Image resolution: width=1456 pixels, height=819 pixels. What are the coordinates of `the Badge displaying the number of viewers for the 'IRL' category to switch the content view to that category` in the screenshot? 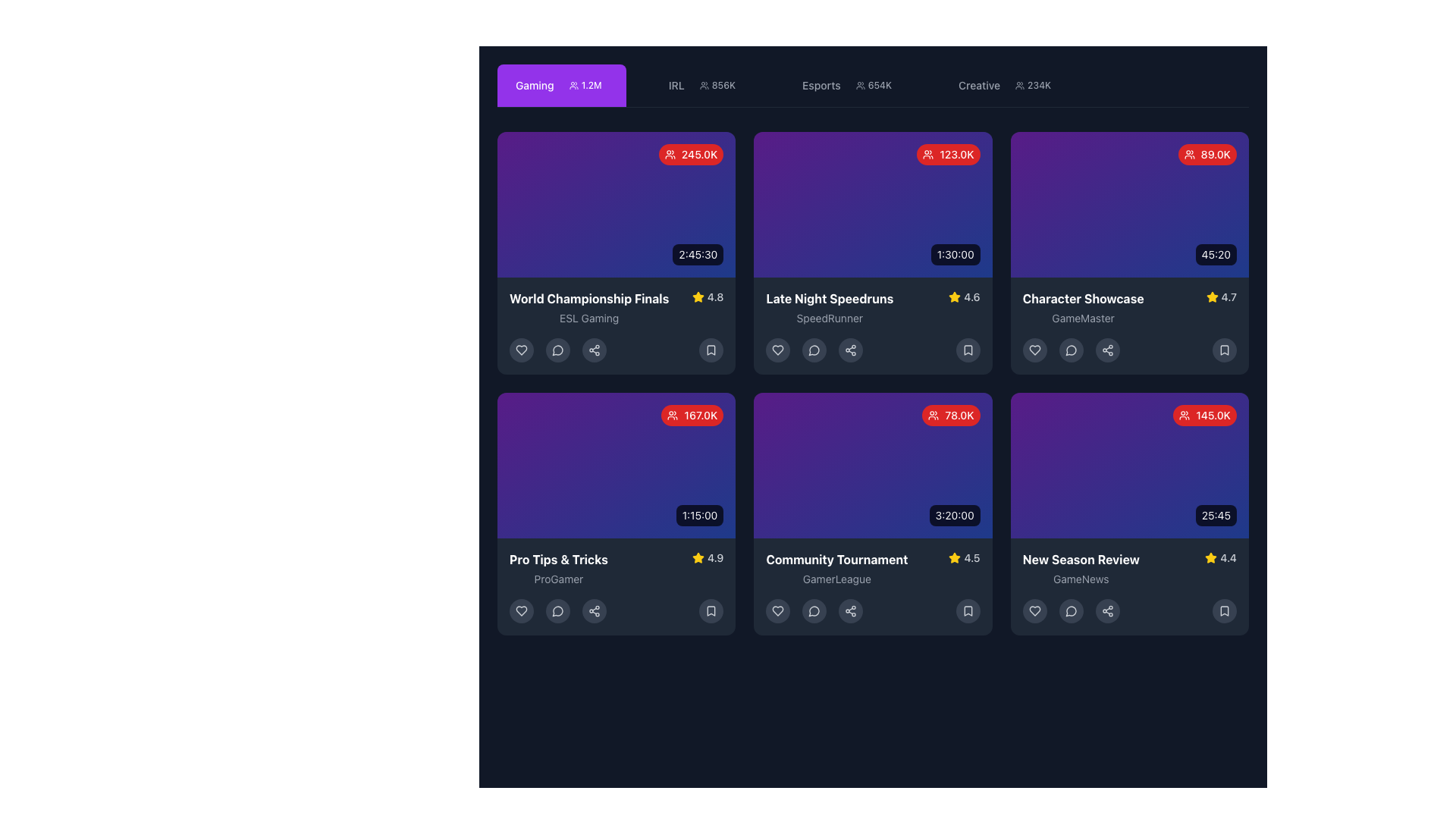 It's located at (717, 85).